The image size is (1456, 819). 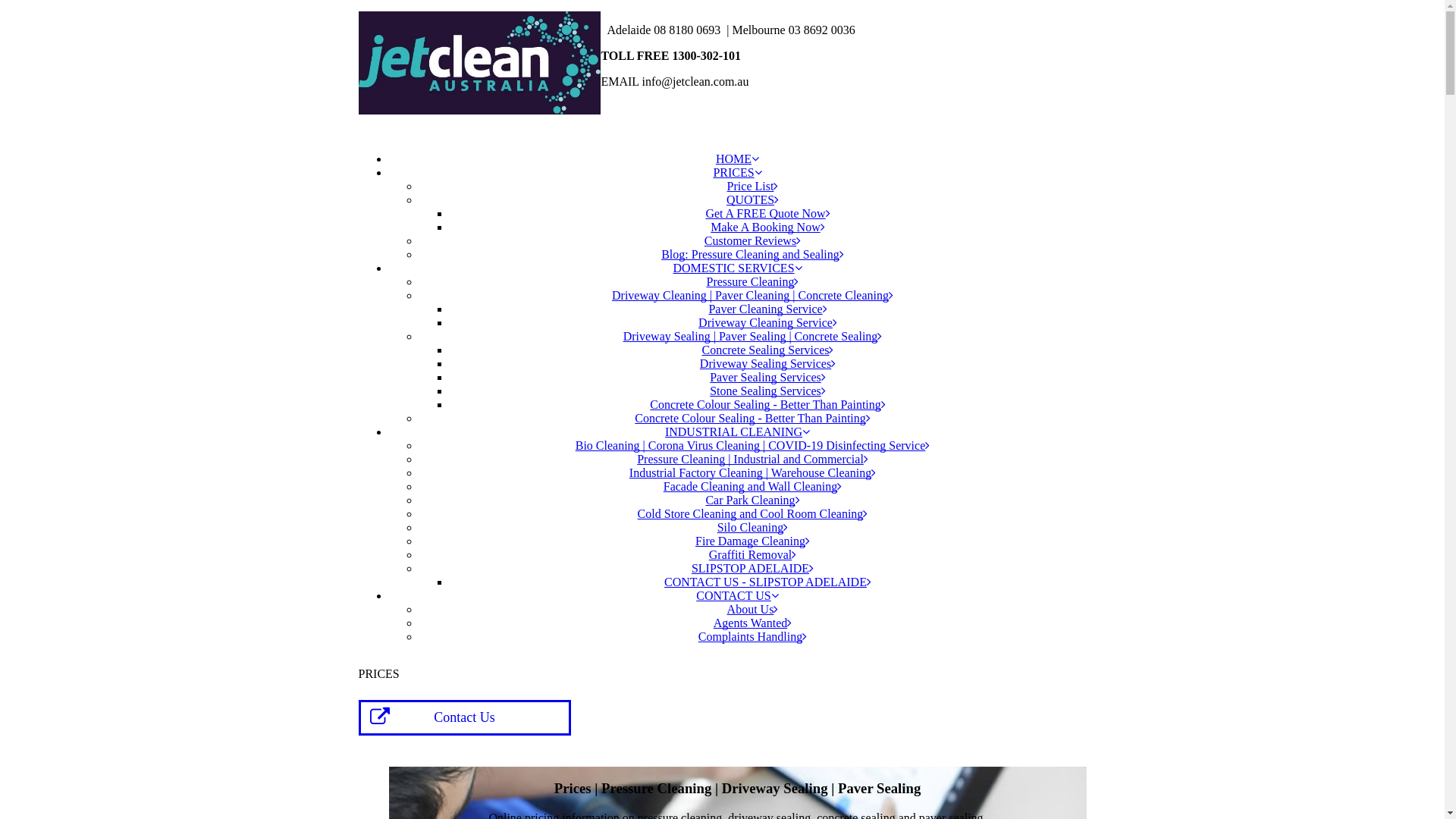 I want to click on 'Stone Sealing Services', so click(x=767, y=390).